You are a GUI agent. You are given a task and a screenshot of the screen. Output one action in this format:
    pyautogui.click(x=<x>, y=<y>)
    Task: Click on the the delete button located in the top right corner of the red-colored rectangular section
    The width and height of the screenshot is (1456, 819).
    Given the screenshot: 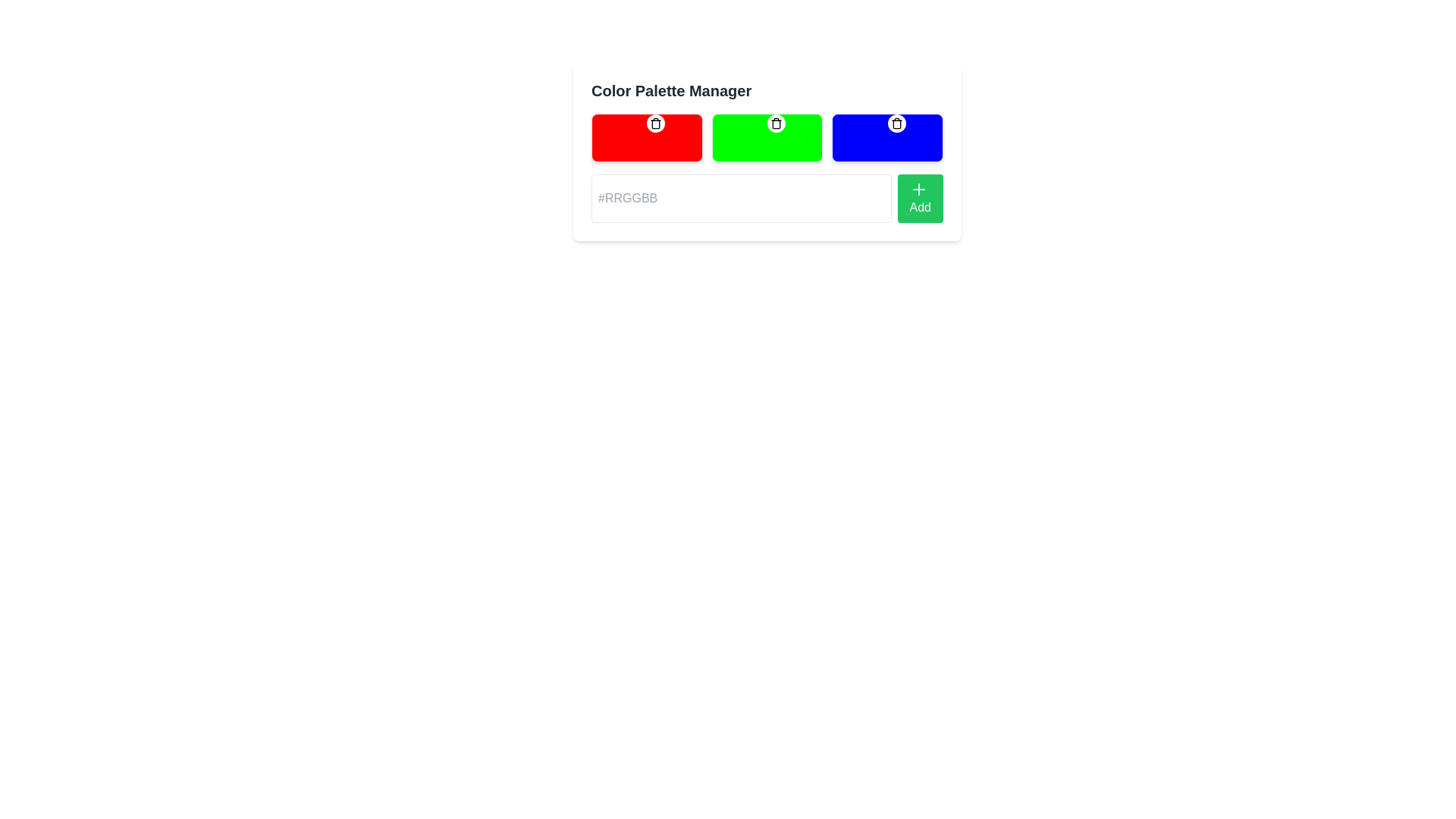 What is the action you would take?
    pyautogui.click(x=656, y=122)
    